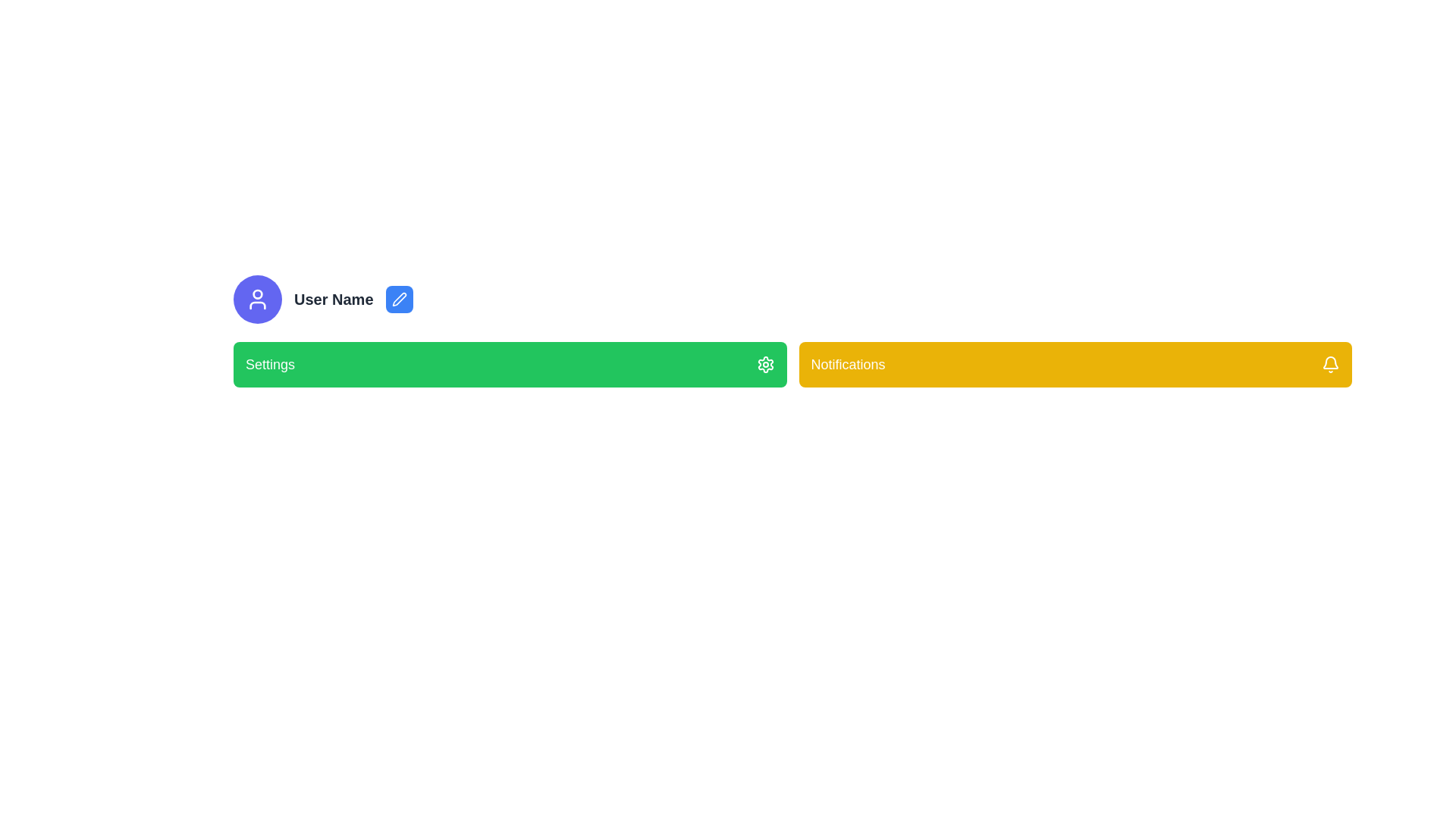  Describe the element at coordinates (1330, 365) in the screenshot. I see `the bell-shaped icon with a simplistic design that is located on the yellow notification button, adjacent to the text 'Notifications'` at that location.